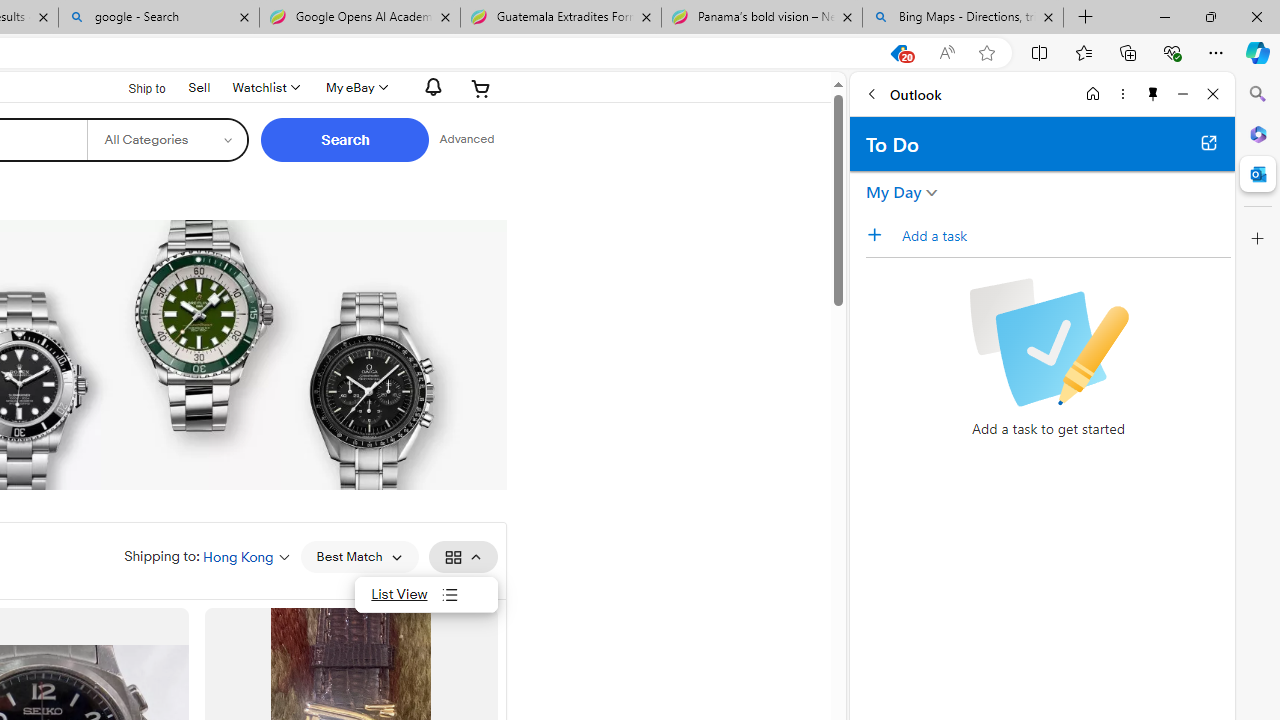 The image size is (1280, 720). Describe the element at coordinates (133, 88) in the screenshot. I see `'Ship to'` at that location.